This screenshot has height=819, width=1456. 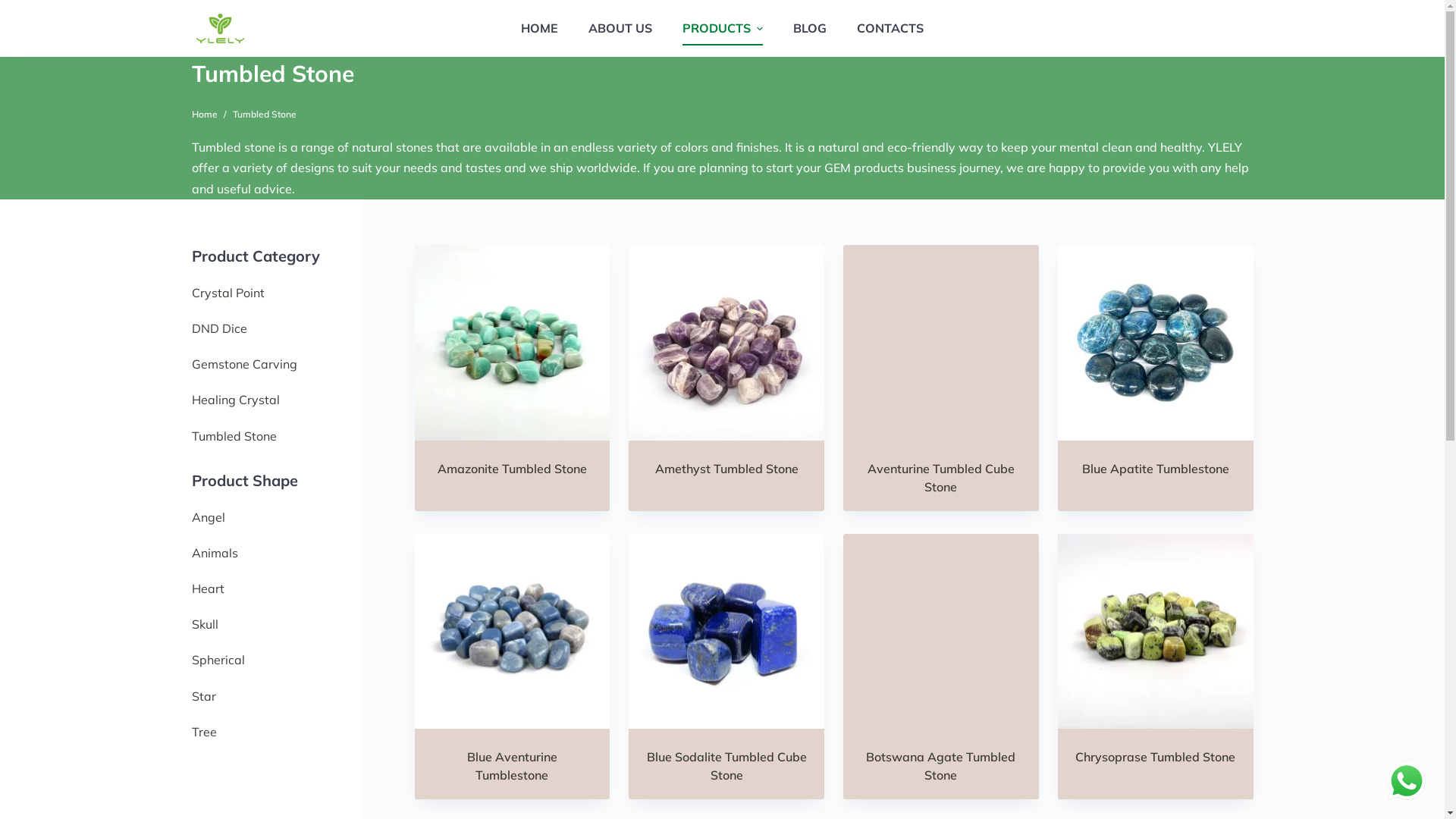 I want to click on 'BLOG', so click(x=809, y=28).